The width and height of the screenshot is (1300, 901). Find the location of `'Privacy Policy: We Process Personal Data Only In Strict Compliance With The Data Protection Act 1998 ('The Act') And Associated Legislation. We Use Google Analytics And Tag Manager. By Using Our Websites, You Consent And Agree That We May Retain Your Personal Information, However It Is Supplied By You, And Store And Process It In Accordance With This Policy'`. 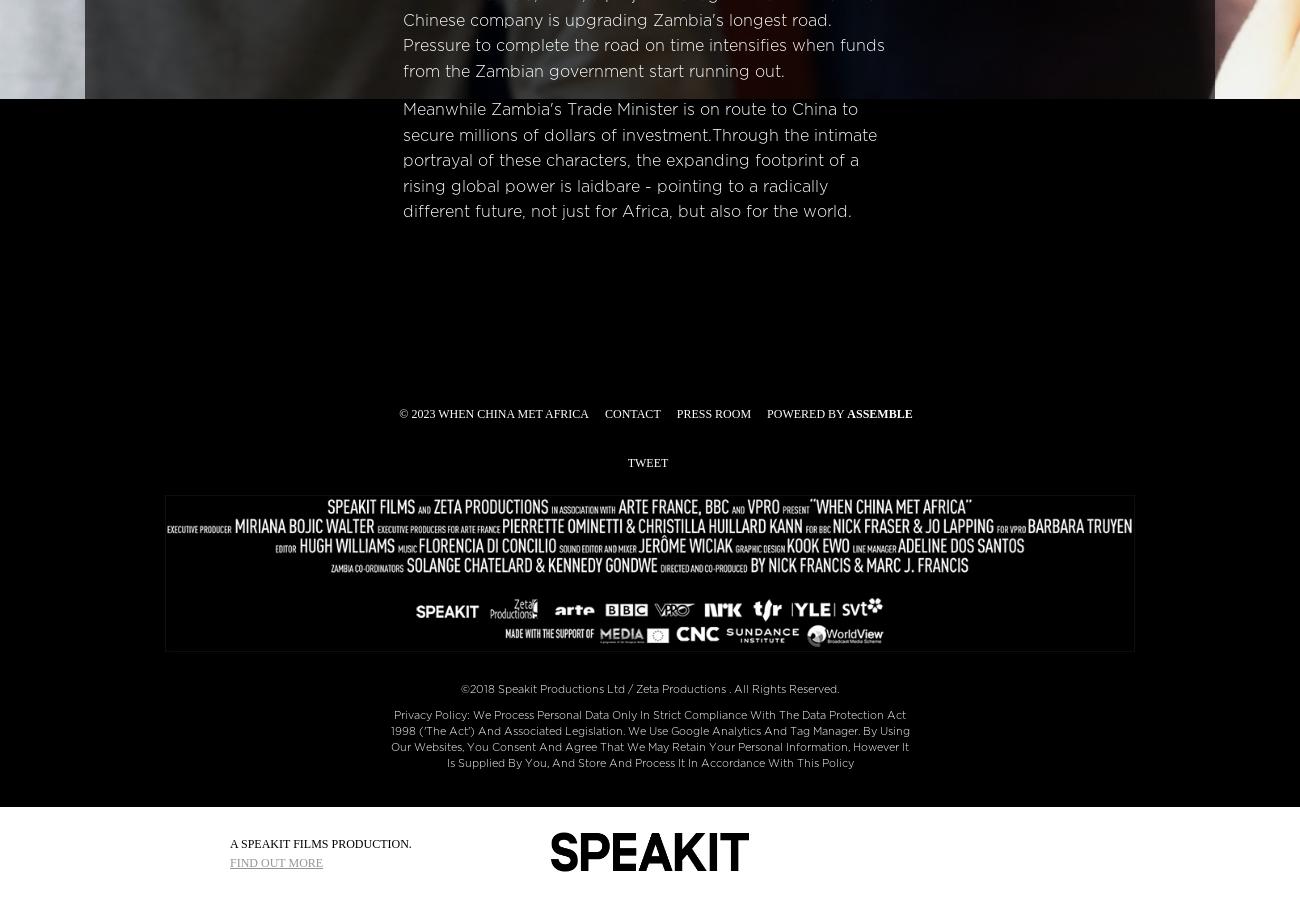

'Privacy Policy: We Process Personal Data Only In Strict Compliance With The Data Protection Act 1998 ('The Act') And Associated Legislation. We Use Google Analytics And Tag Manager. By Using Our Websites, You Consent And Agree That We May Retain Your Personal Information, However It Is Supplied By You, And Store And Process It In Accordance With This Policy' is located at coordinates (649, 737).